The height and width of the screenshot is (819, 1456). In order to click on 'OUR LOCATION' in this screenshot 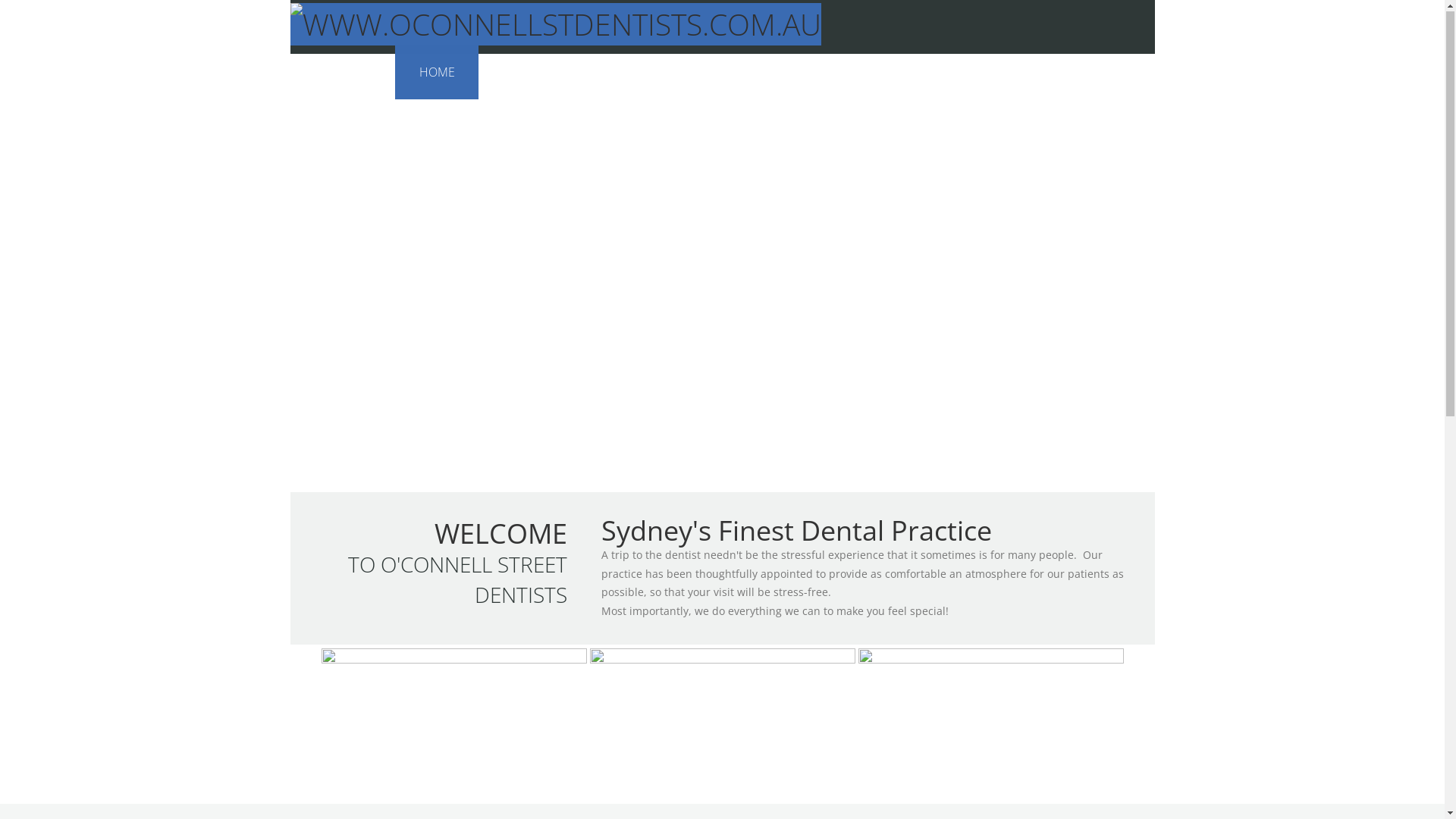, I will do `click(967, 73)`.